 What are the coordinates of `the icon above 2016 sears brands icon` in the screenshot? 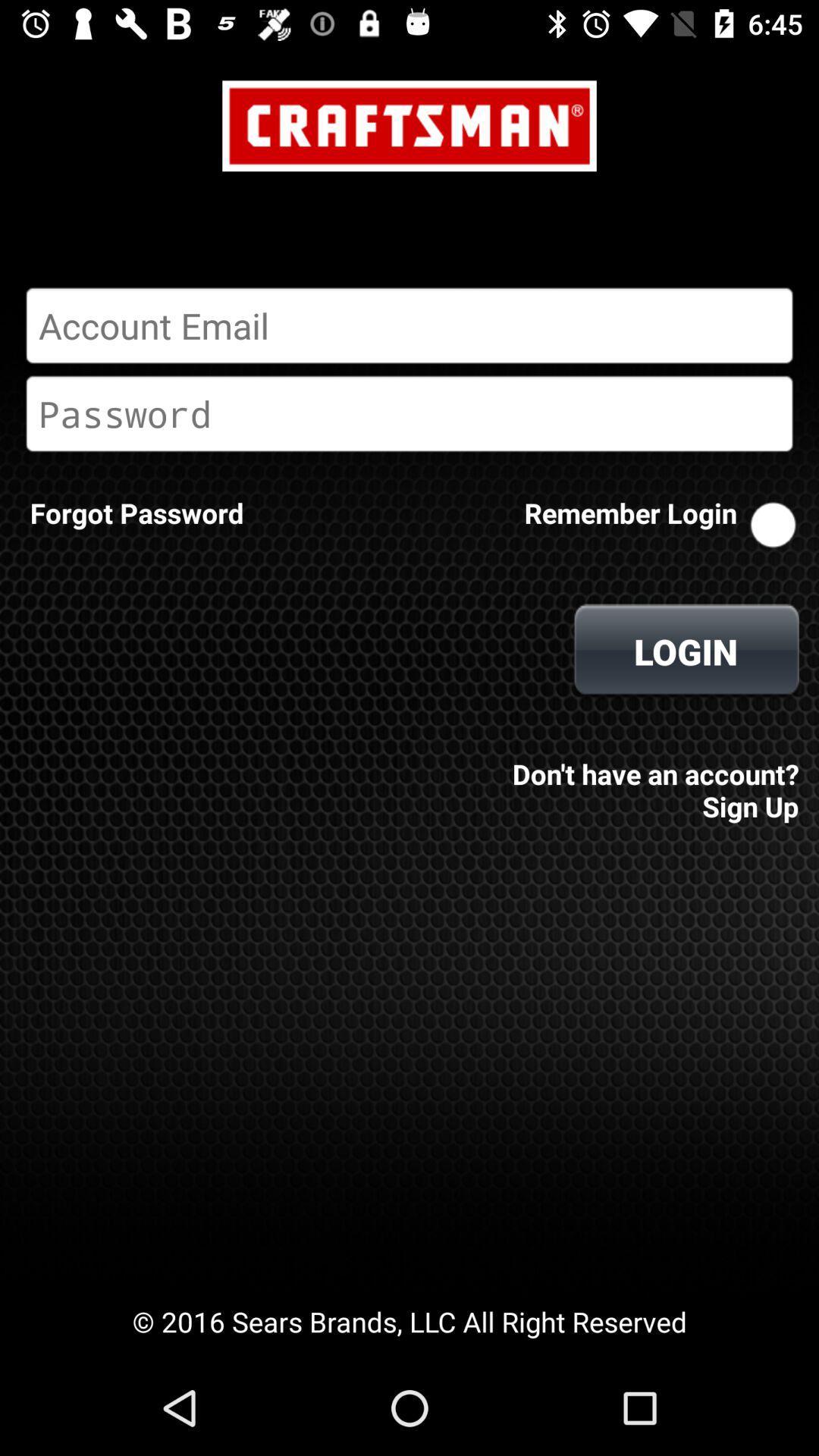 It's located at (136, 513).